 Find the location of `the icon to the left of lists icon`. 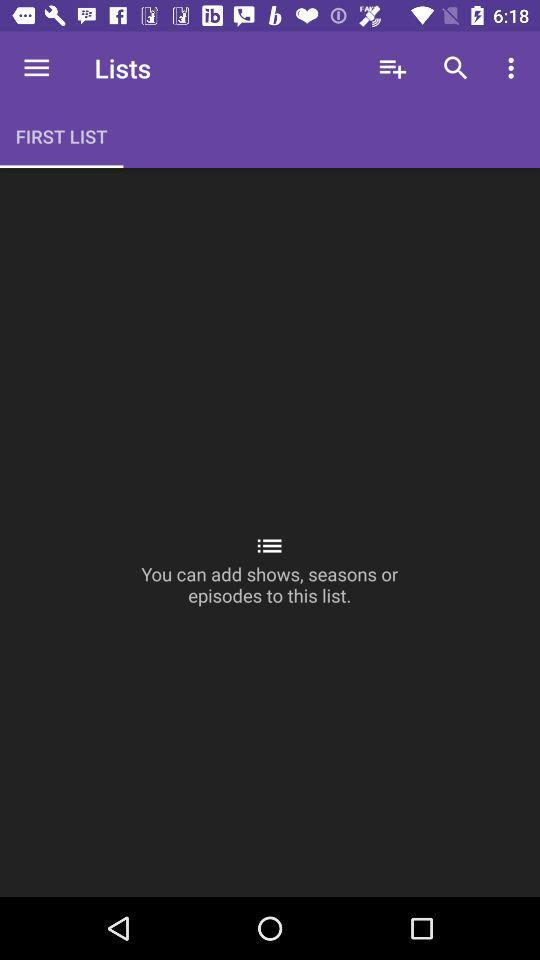

the icon to the left of lists icon is located at coordinates (36, 68).